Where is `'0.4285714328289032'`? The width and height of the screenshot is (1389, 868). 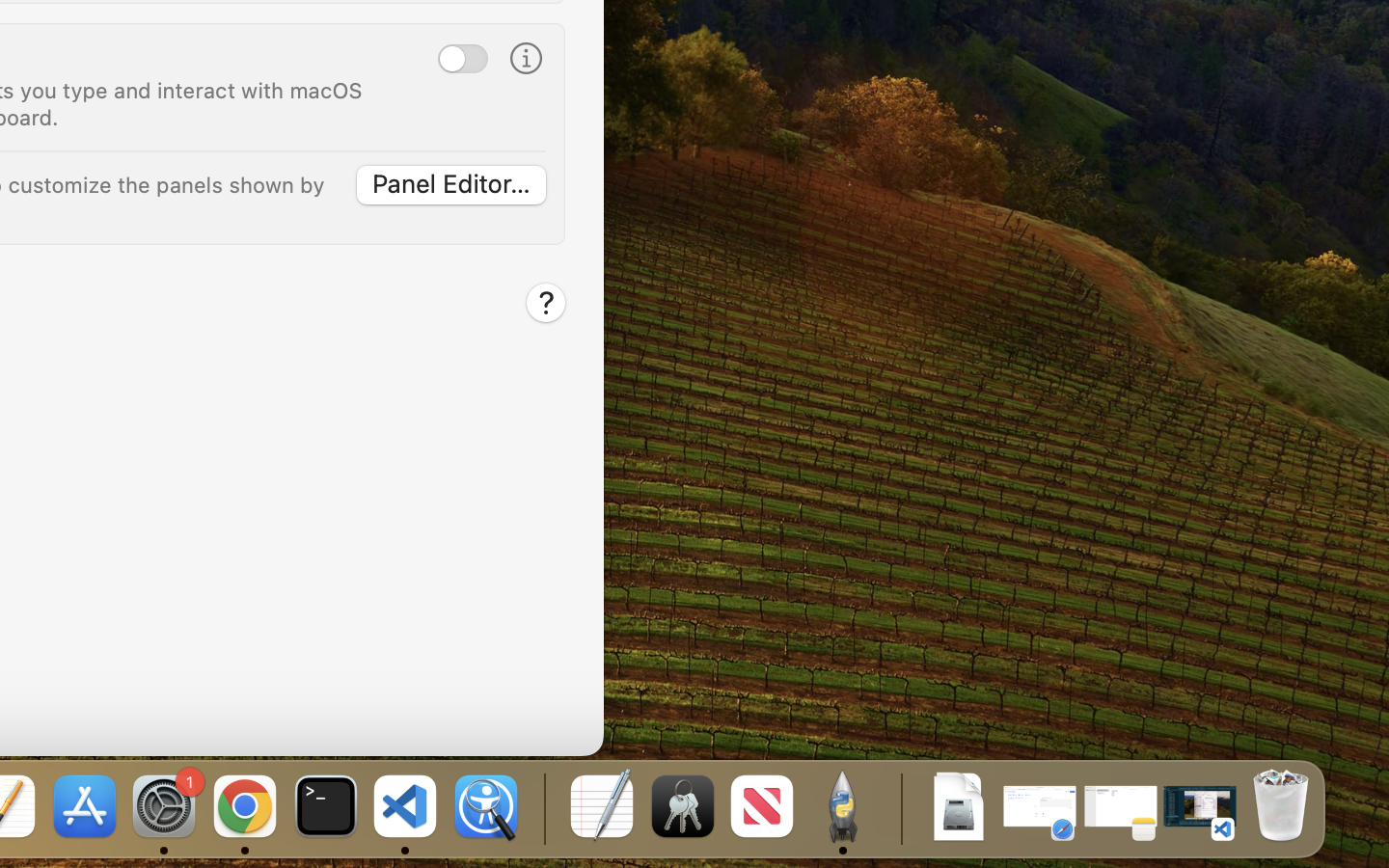 '0.4285714328289032' is located at coordinates (542, 807).